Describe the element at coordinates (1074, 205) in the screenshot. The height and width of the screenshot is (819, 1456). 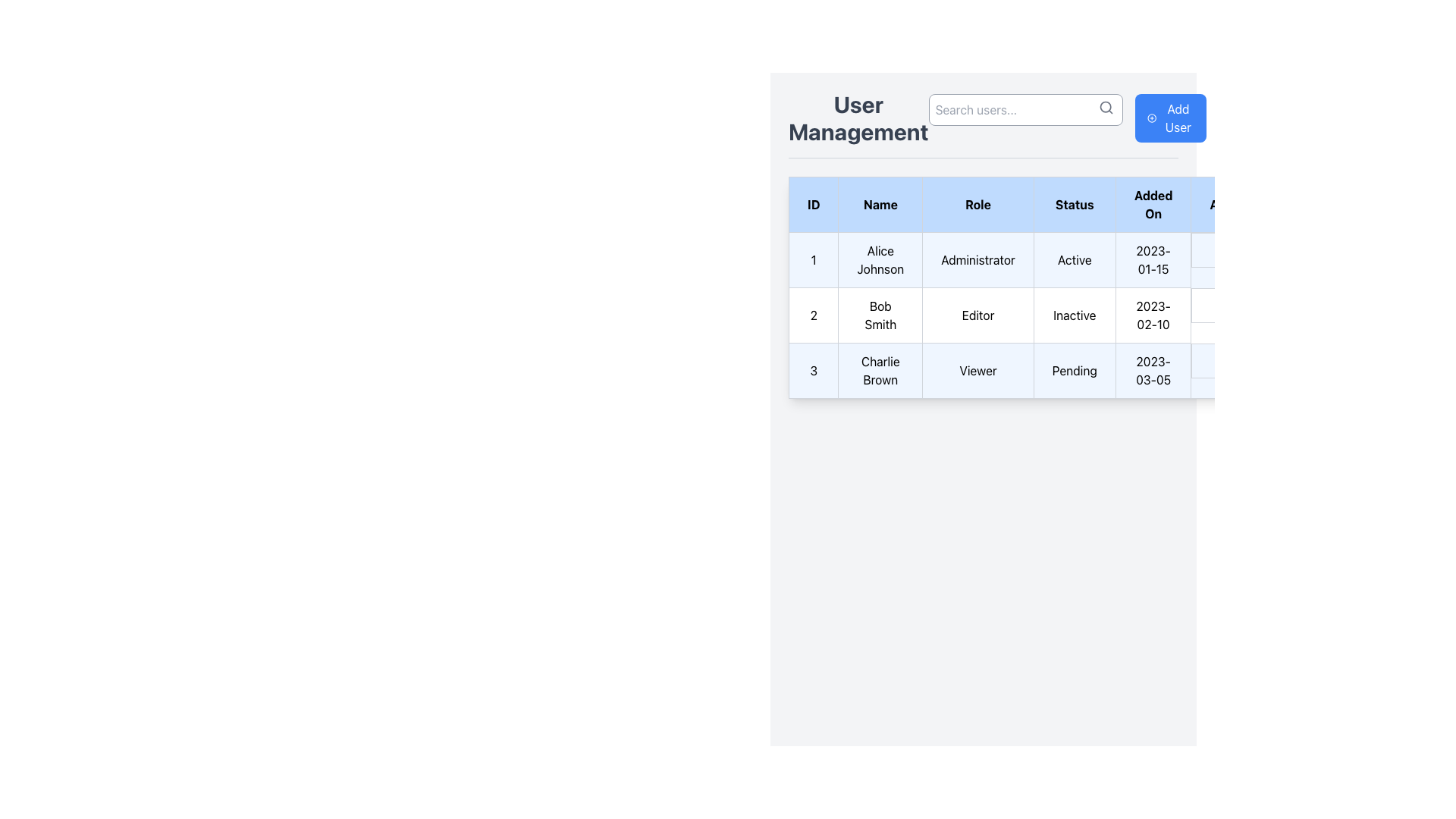
I see `the table header cell with the text 'Status', which is bold and centered, located between the 'Role' and 'Added On' columns` at that location.